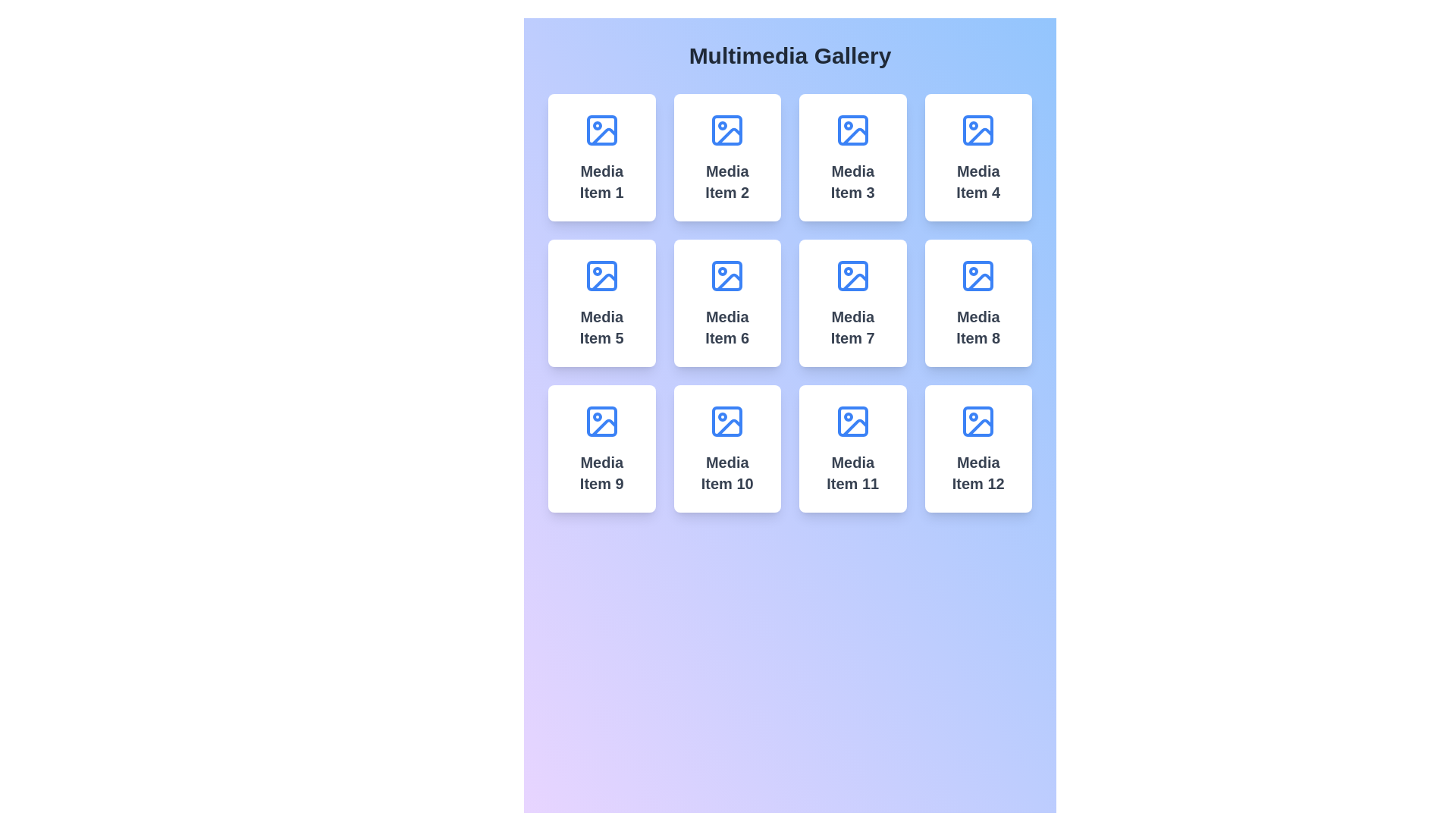  I want to click on the white card in the top-right corner of the layout grid, which contains a blue image icon and the text 'Media Item 4' in bold, so click(978, 158).